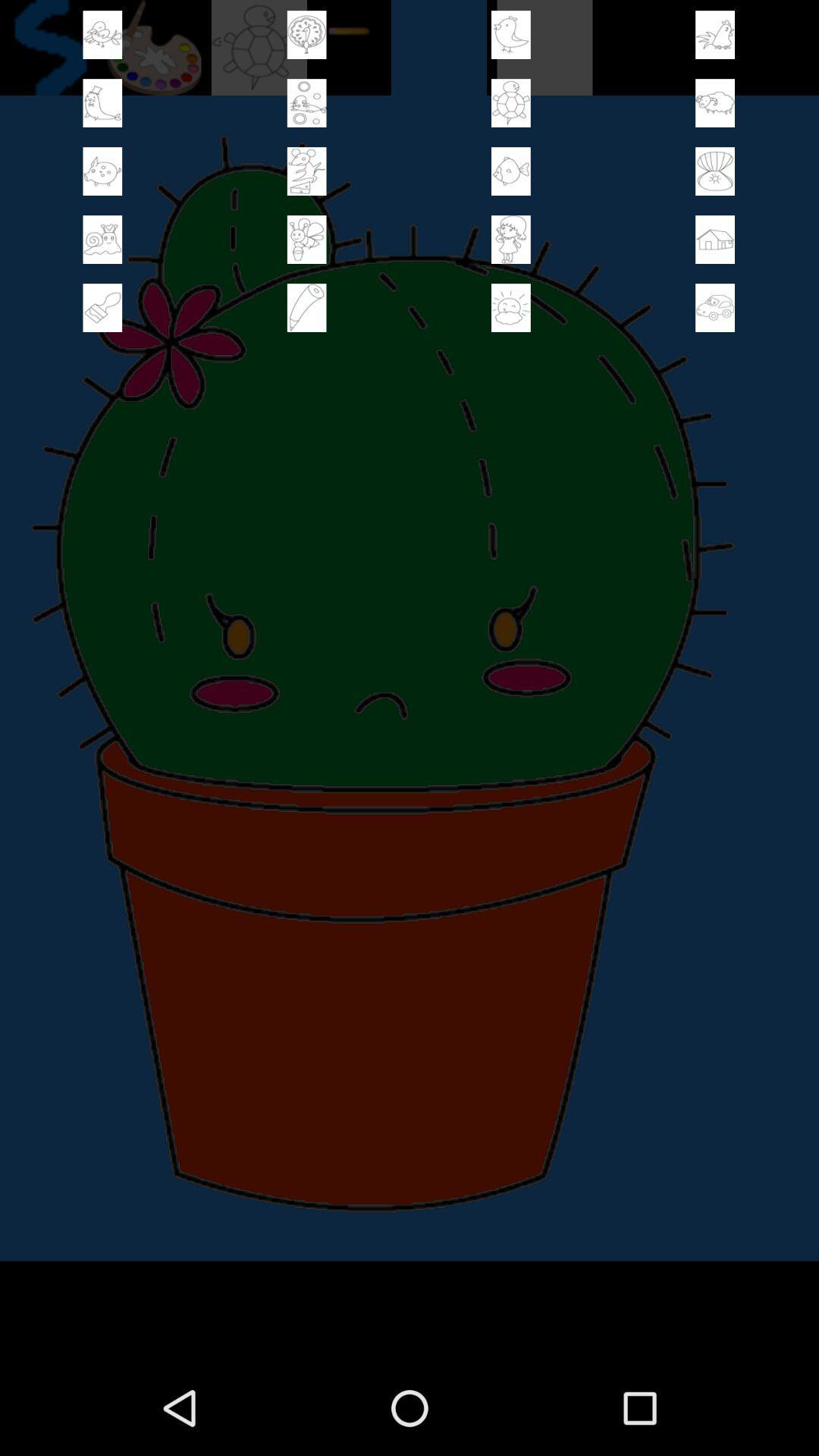 Image resolution: width=819 pixels, height=1456 pixels. I want to click on draw, so click(306, 307).